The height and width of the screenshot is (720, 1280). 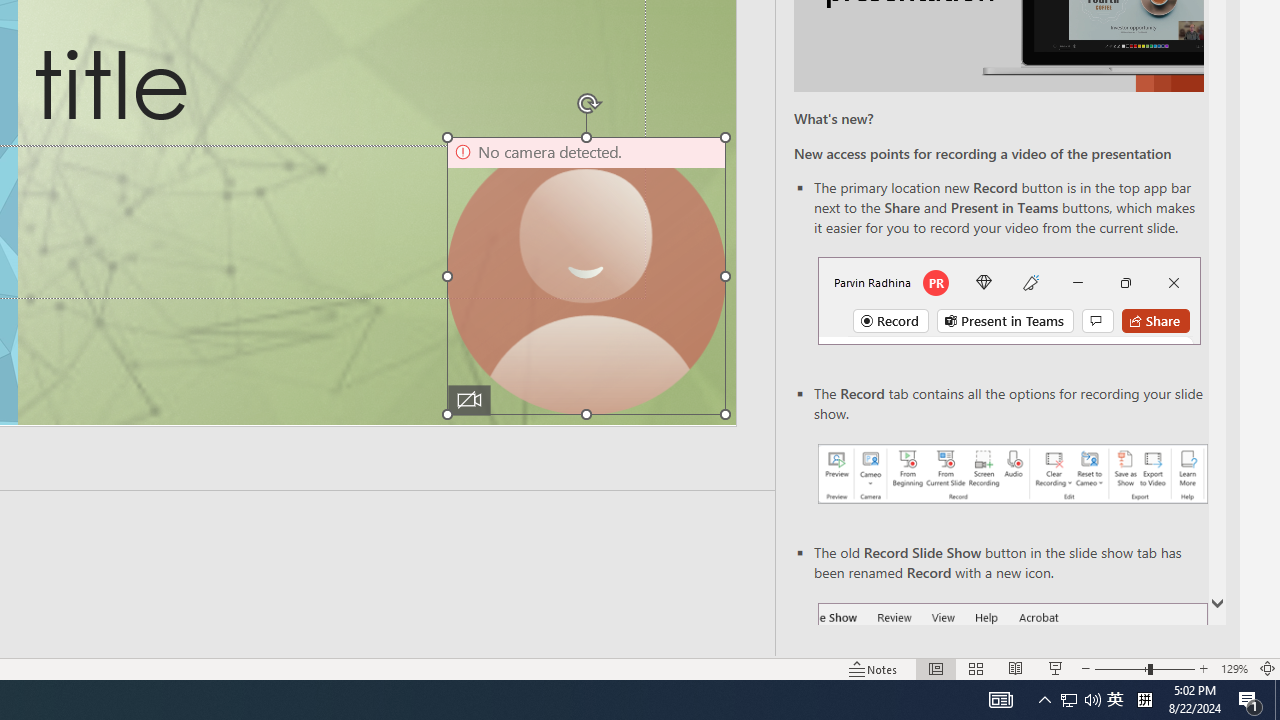 I want to click on 'Record your presentations screenshot one', so click(x=1013, y=474).